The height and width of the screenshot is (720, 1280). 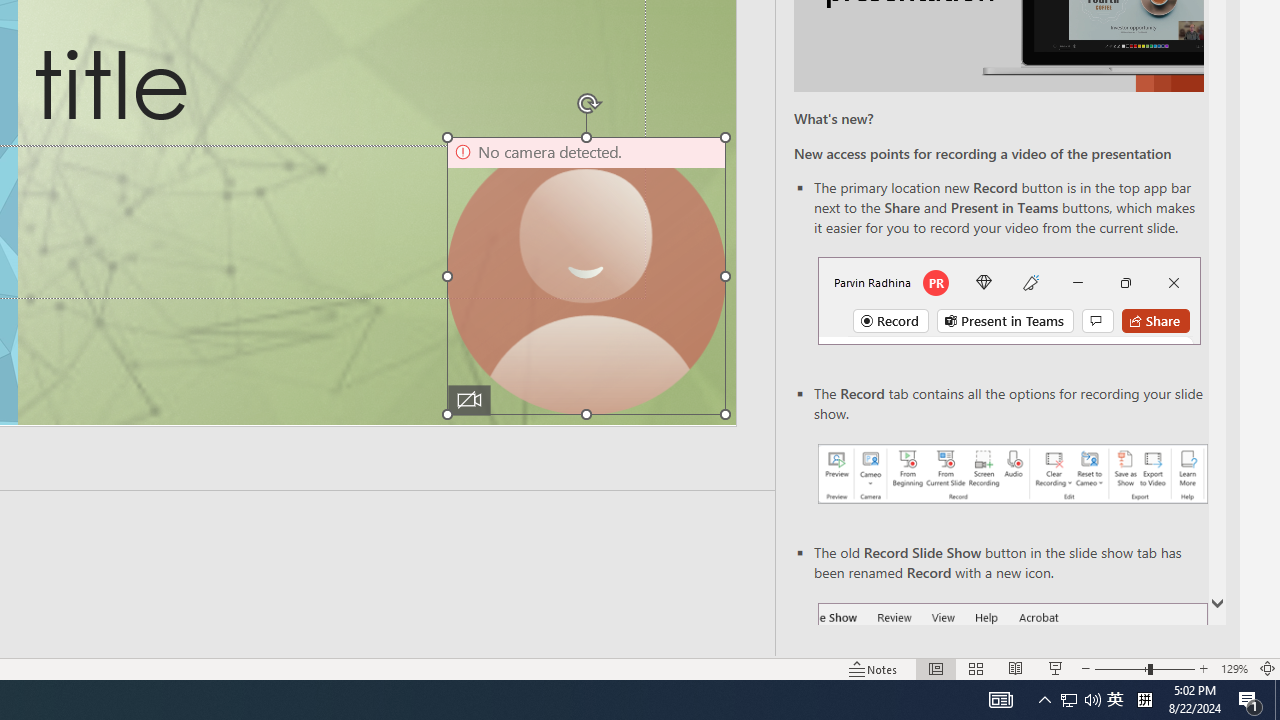 I want to click on 'Record your presentations screenshot one', so click(x=1013, y=474).